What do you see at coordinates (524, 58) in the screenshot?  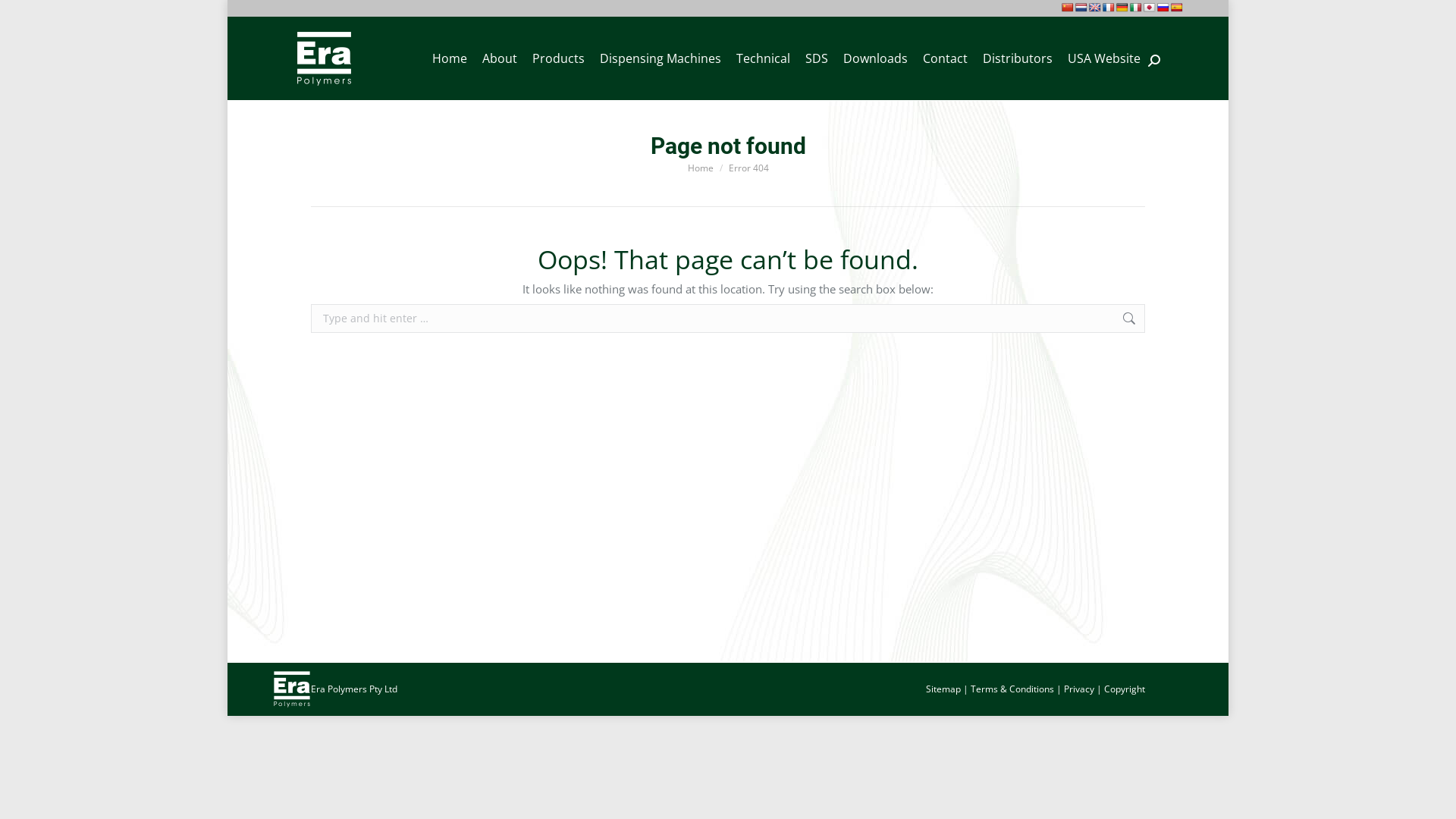 I see `'Products'` at bounding box center [524, 58].